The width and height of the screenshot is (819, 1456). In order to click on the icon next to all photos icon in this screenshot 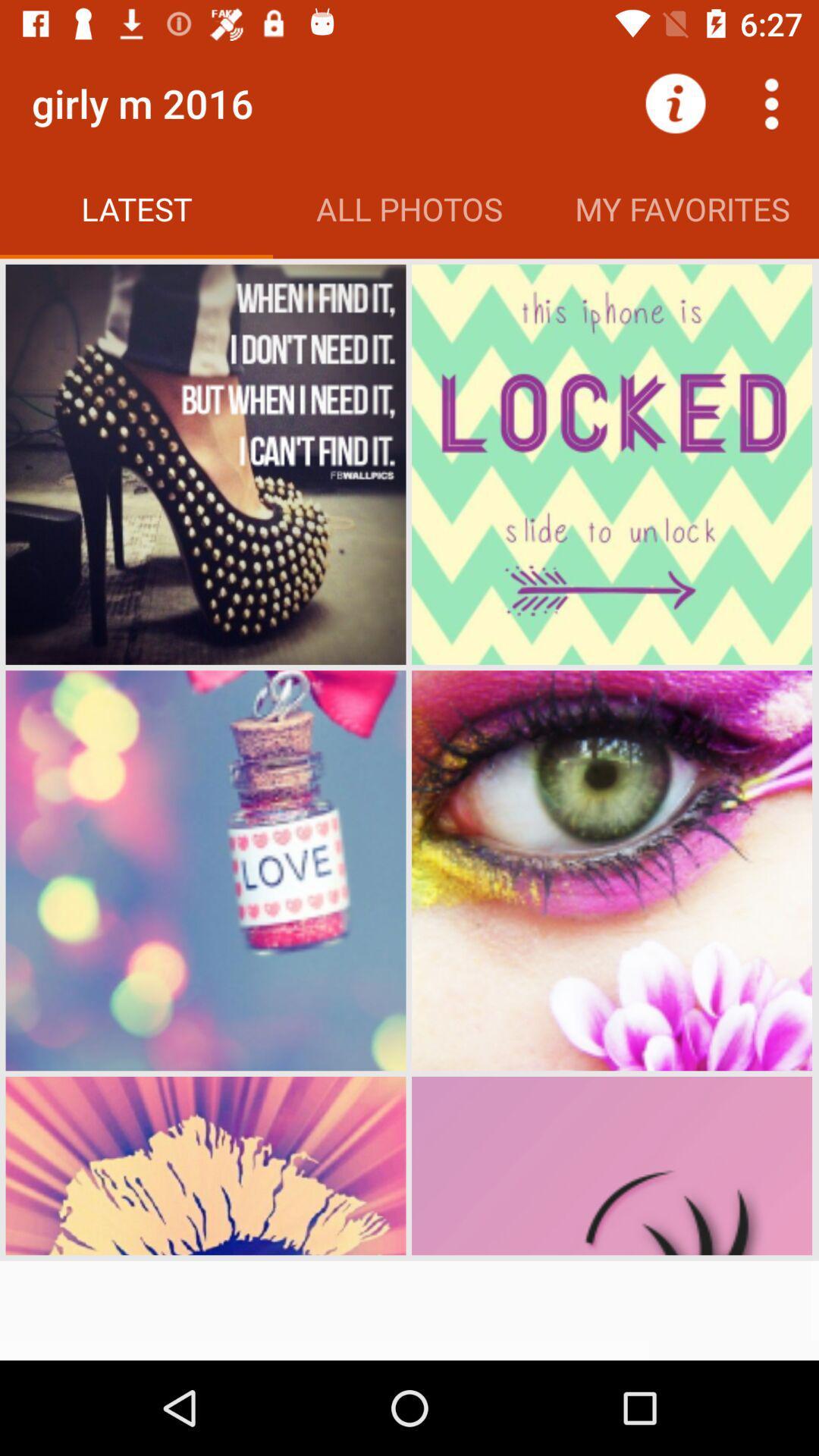, I will do `click(675, 102)`.